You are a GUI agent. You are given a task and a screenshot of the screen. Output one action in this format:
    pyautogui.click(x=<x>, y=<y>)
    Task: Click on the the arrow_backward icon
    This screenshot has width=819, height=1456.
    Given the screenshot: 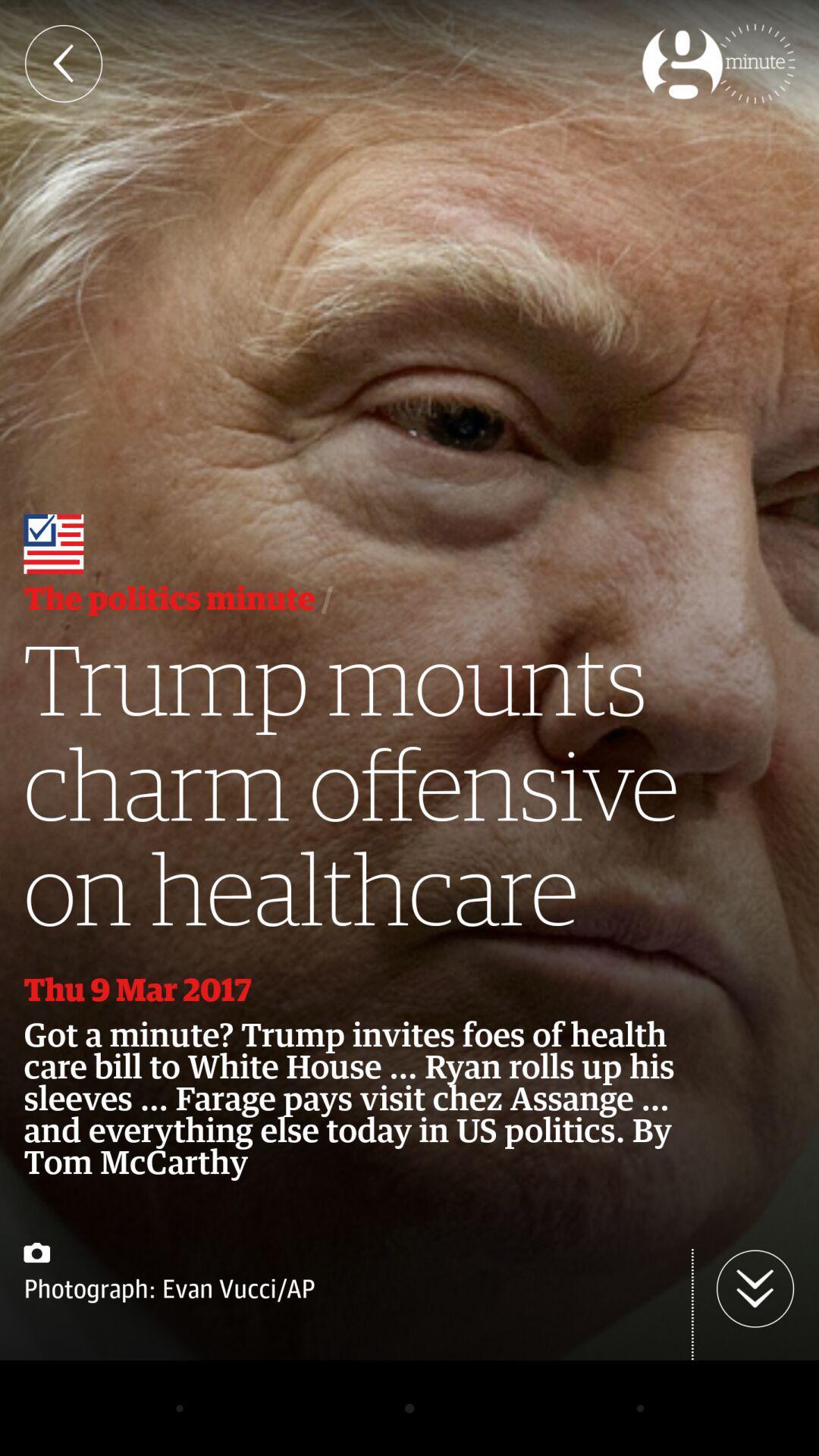 What is the action you would take?
    pyautogui.click(x=63, y=62)
    